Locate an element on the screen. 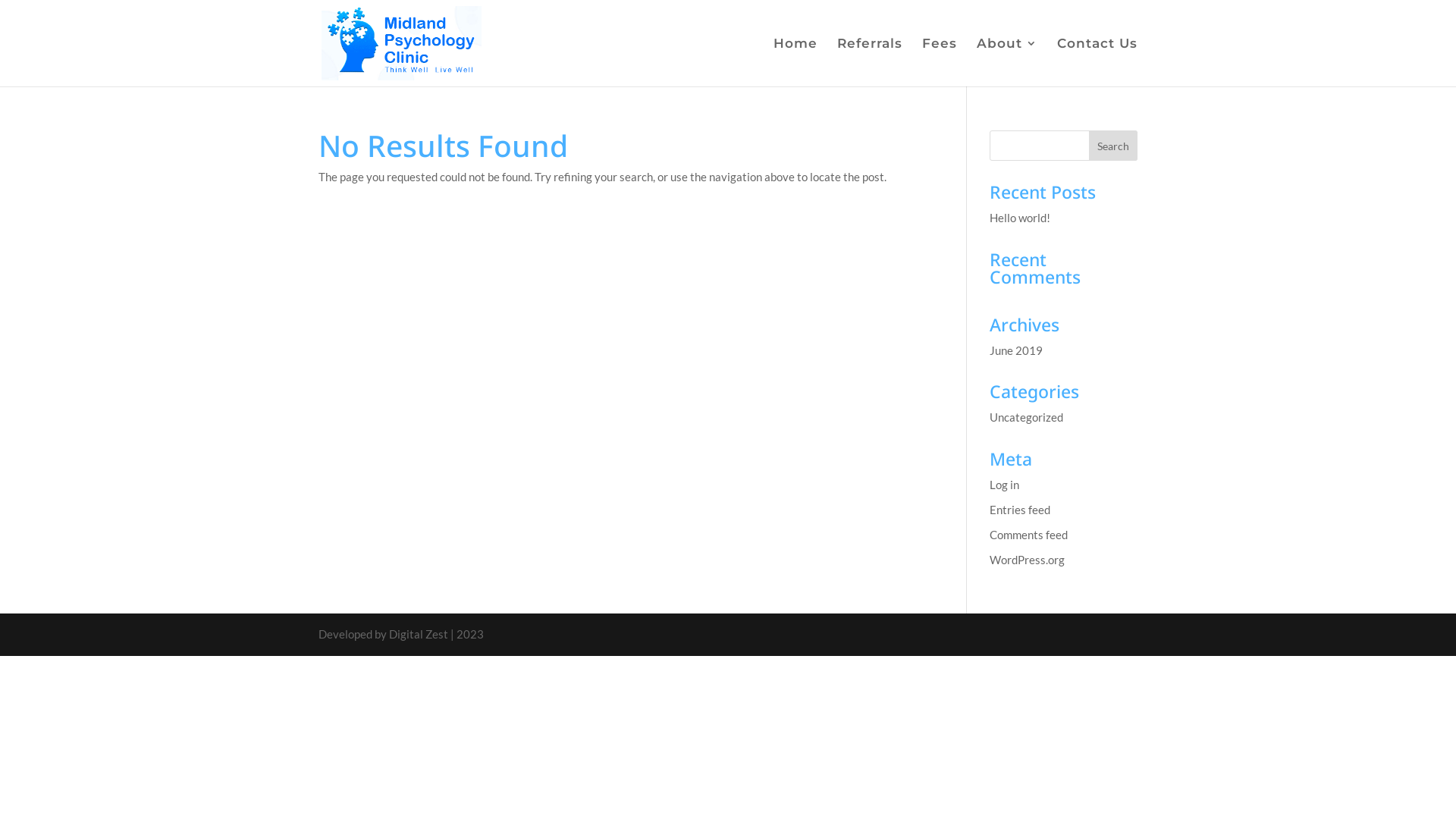 The width and height of the screenshot is (1456, 819). 'Comments feed' is located at coordinates (1028, 534).